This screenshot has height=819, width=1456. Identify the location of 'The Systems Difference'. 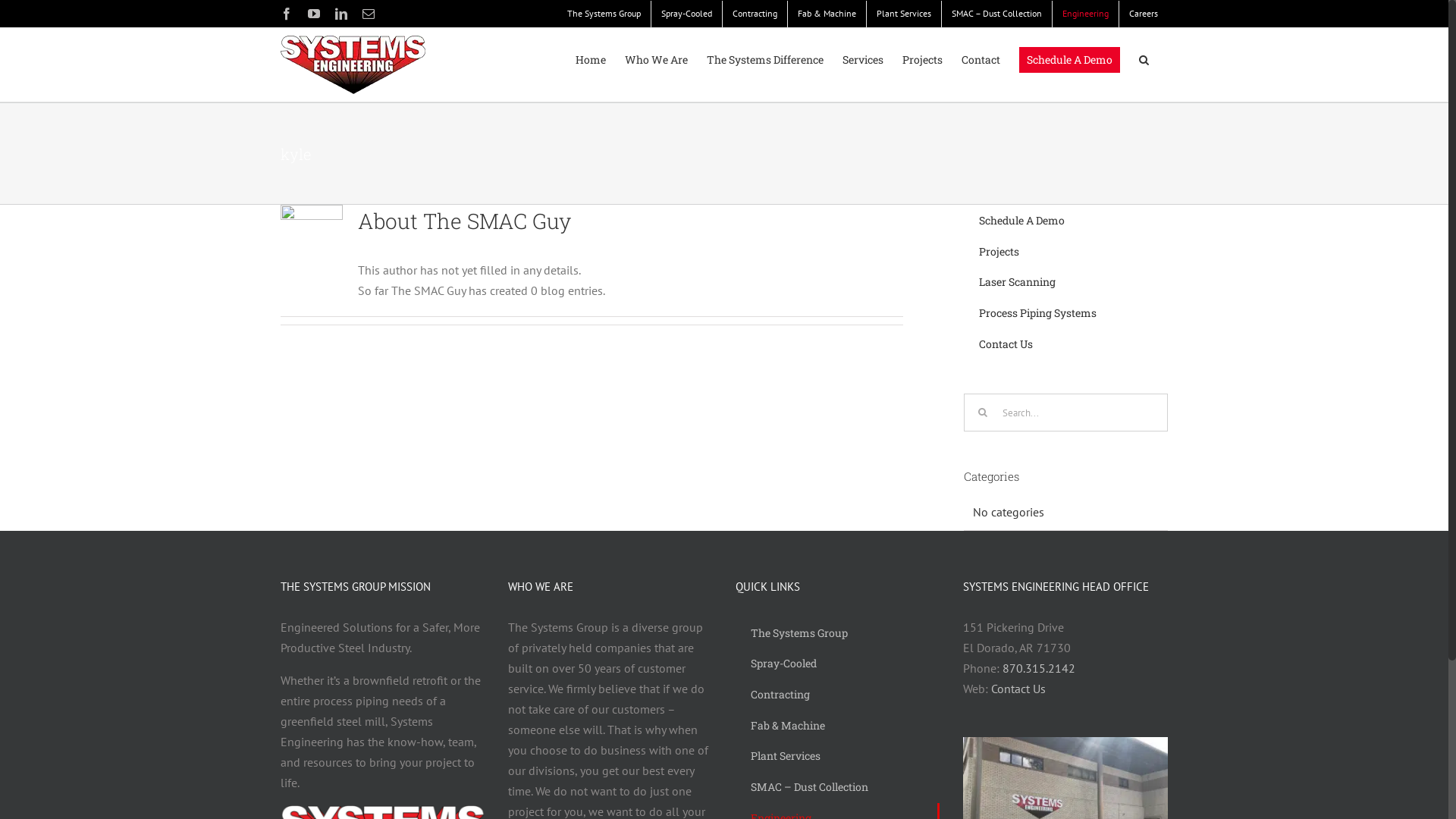
(764, 58).